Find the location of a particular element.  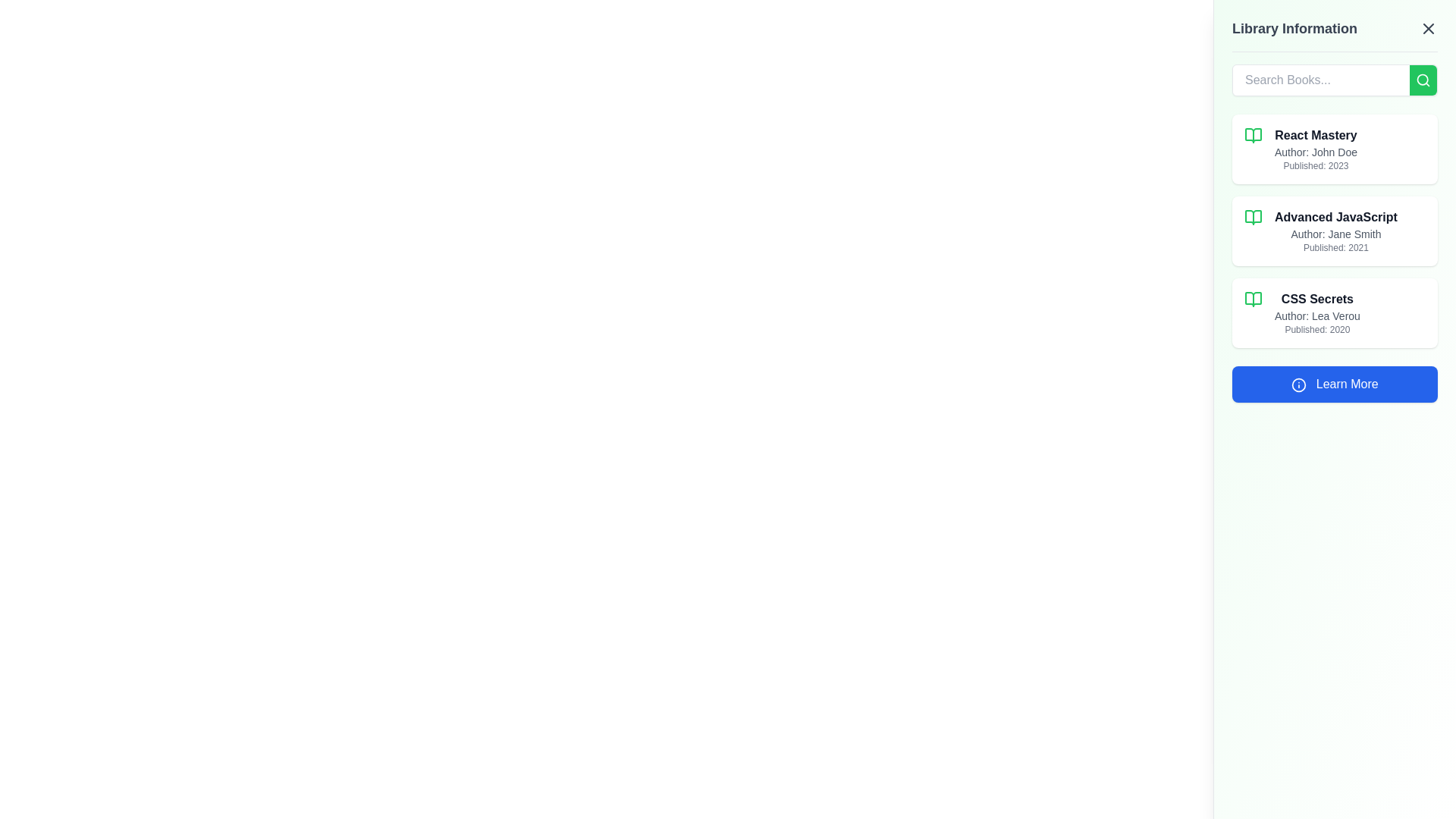

the text block titled 'Advanced JavaScript', which is styled in bold and dark gray text, to interact with adjacent elements in the sidebar is located at coordinates (1335, 231).